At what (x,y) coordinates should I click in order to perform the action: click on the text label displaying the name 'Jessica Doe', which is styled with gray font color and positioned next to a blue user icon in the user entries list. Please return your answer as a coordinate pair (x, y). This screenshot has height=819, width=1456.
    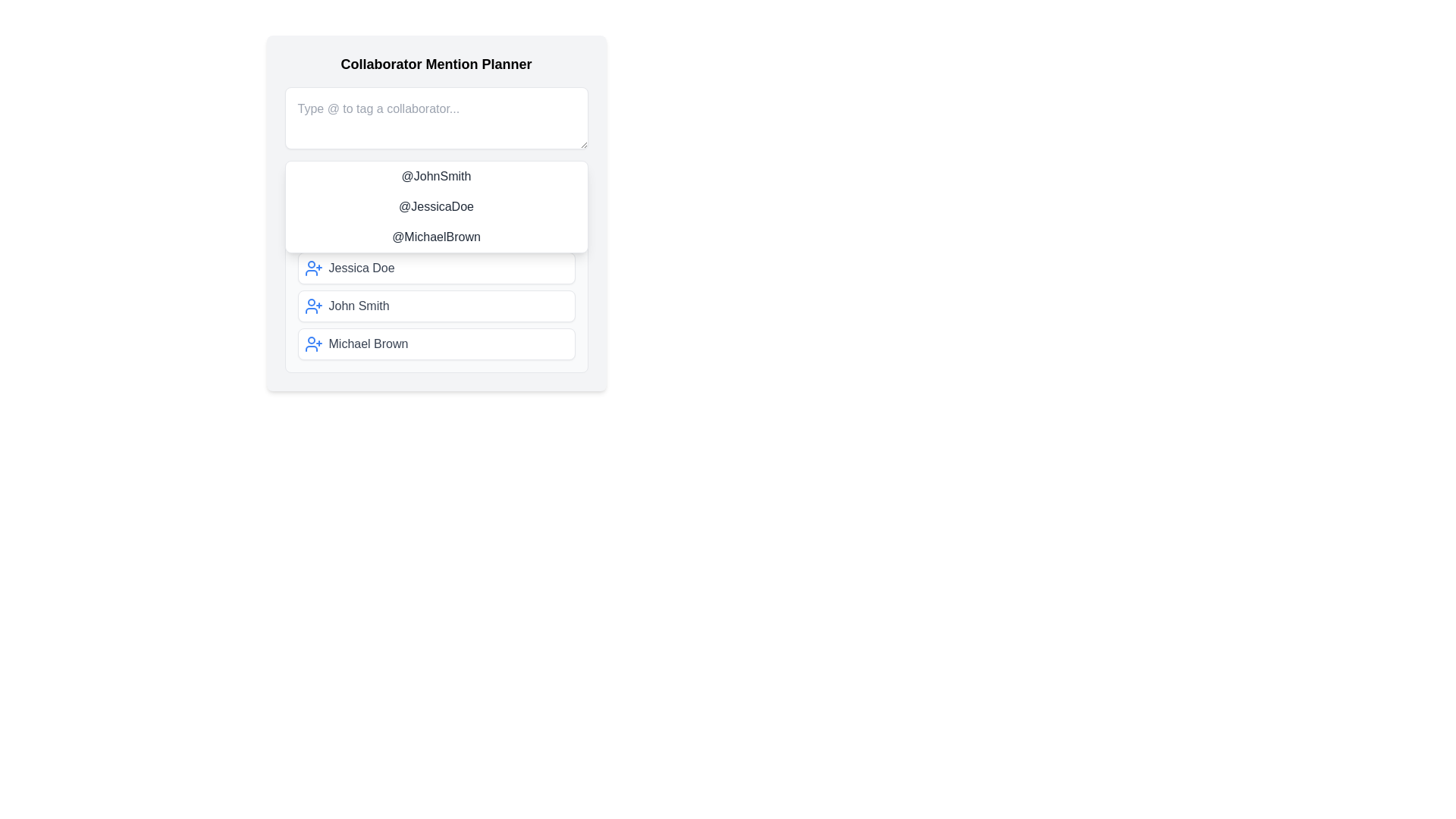
    Looking at the image, I should click on (360, 268).